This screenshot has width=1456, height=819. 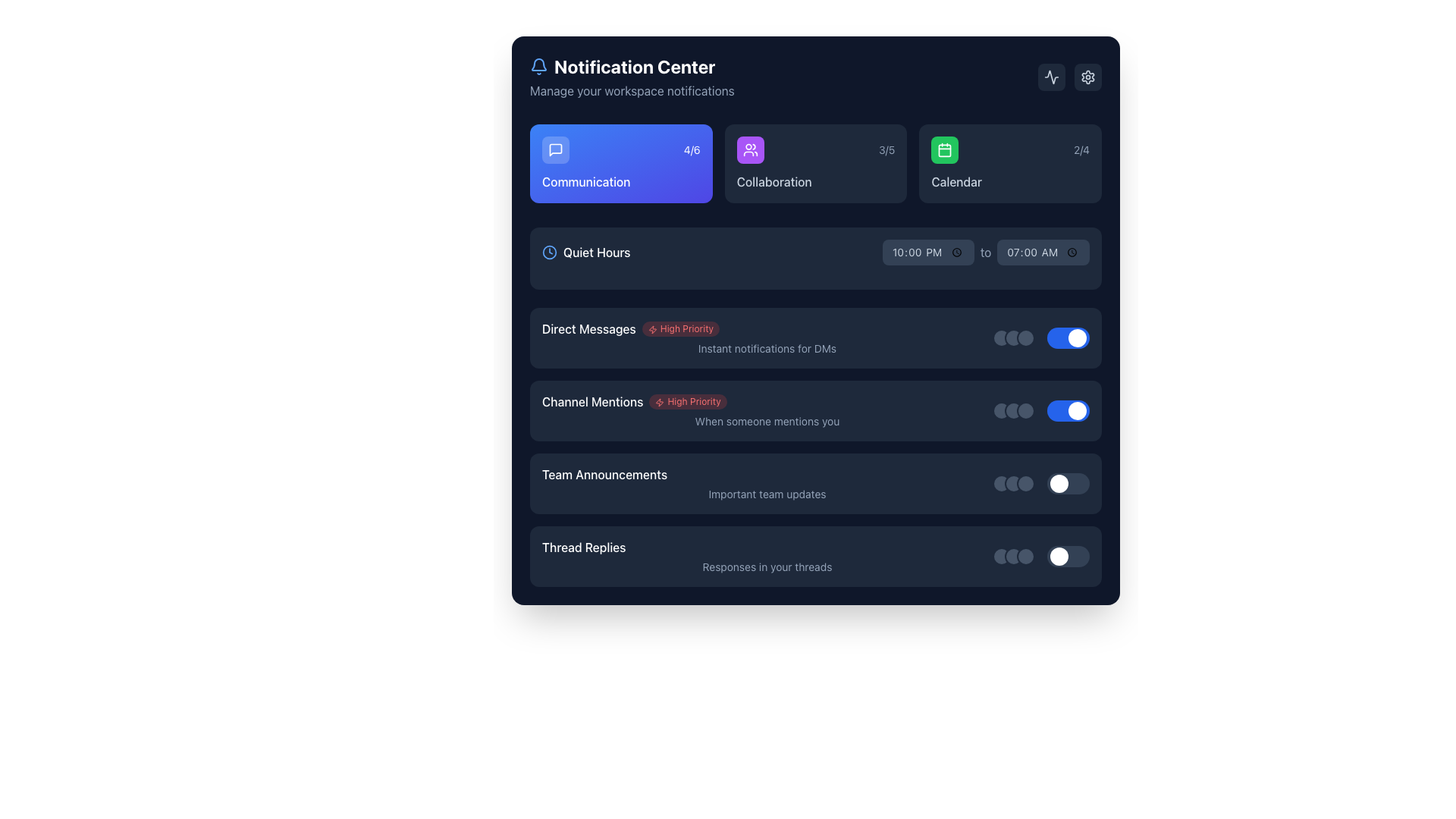 I want to click on the toggle switch knob located, so click(x=1040, y=483).